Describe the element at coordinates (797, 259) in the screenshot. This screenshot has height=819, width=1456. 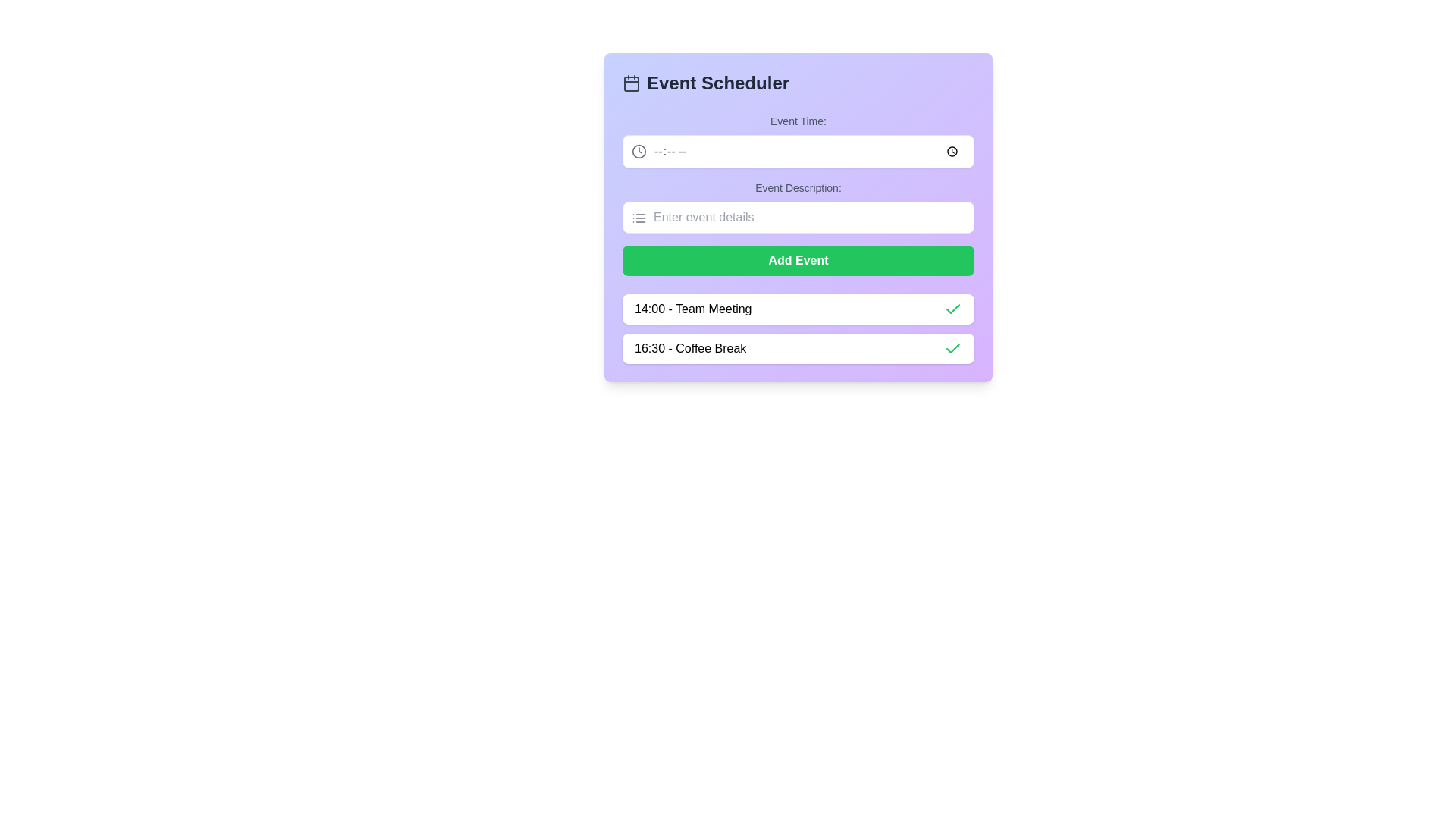
I see `the 'Add Event' button located near the center lower part of the Event Scheduler box` at that location.